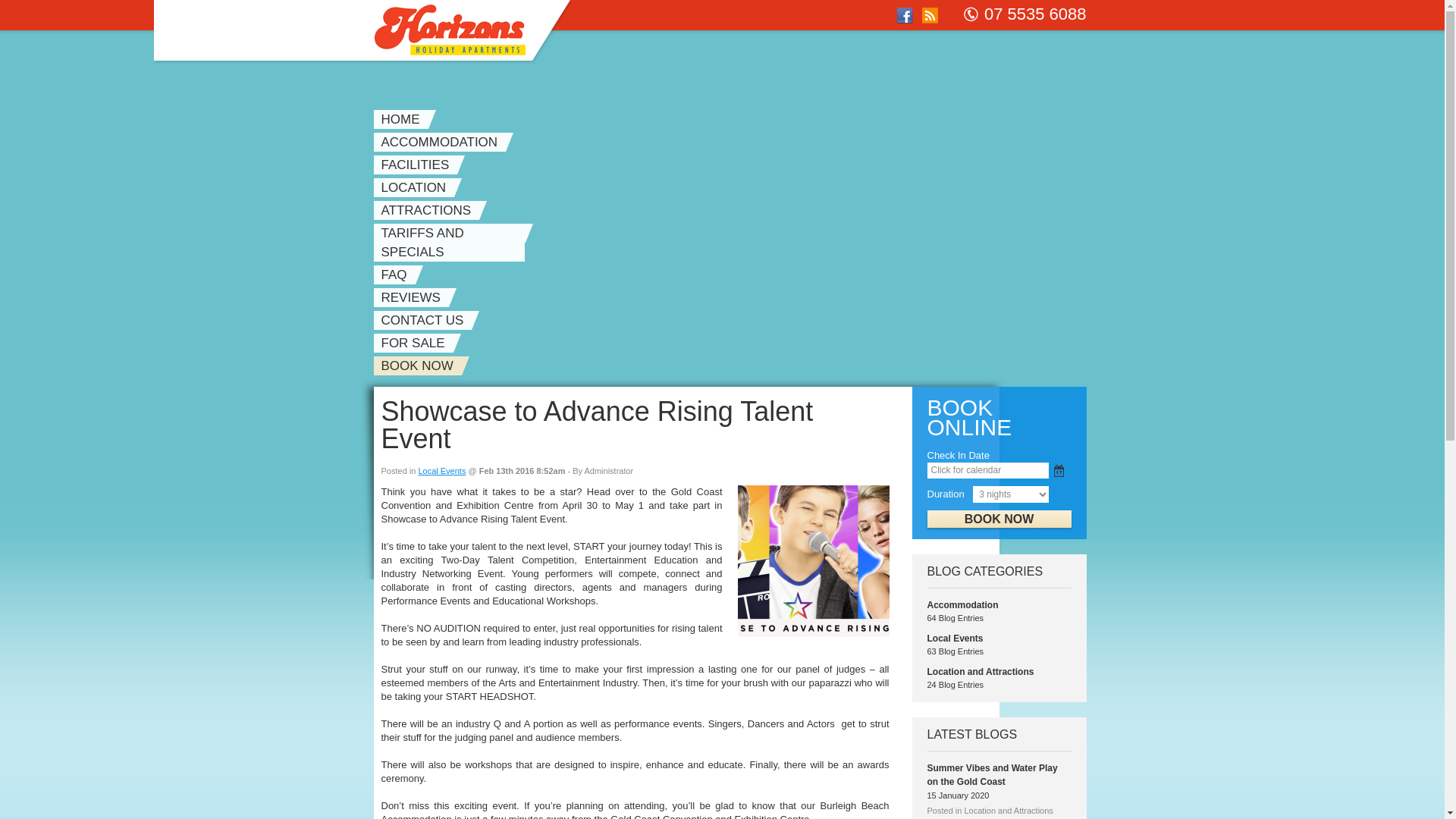 This screenshot has width=1456, height=819. Describe the element at coordinates (992, 775) in the screenshot. I see `'Summer Vibes and Water Play on the Gold Coast'` at that location.